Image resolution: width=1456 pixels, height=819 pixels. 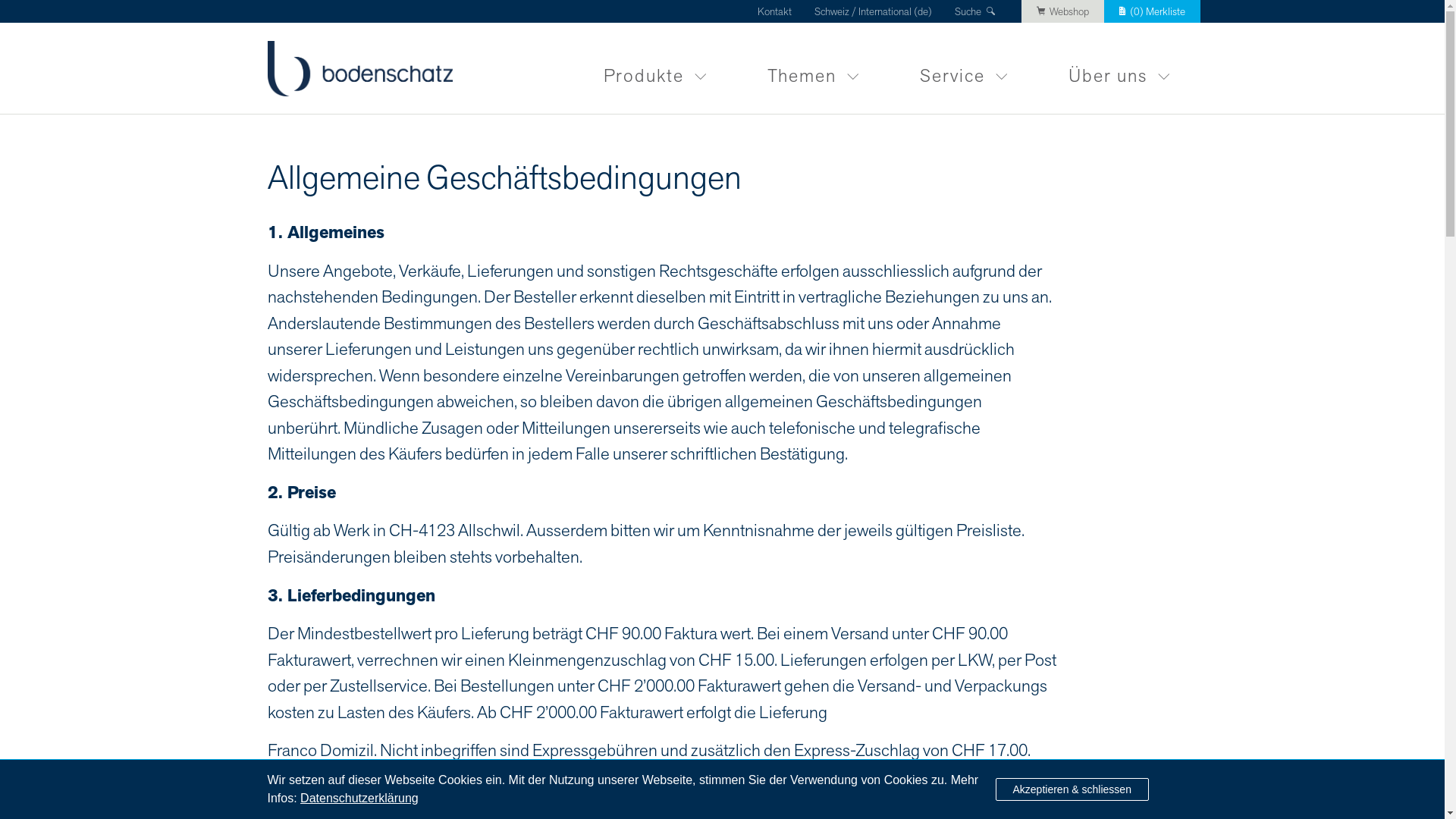 What do you see at coordinates (1070, 789) in the screenshot?
I see `'Akzeptieren & schliessen'` at bounding box center [1070, 789].